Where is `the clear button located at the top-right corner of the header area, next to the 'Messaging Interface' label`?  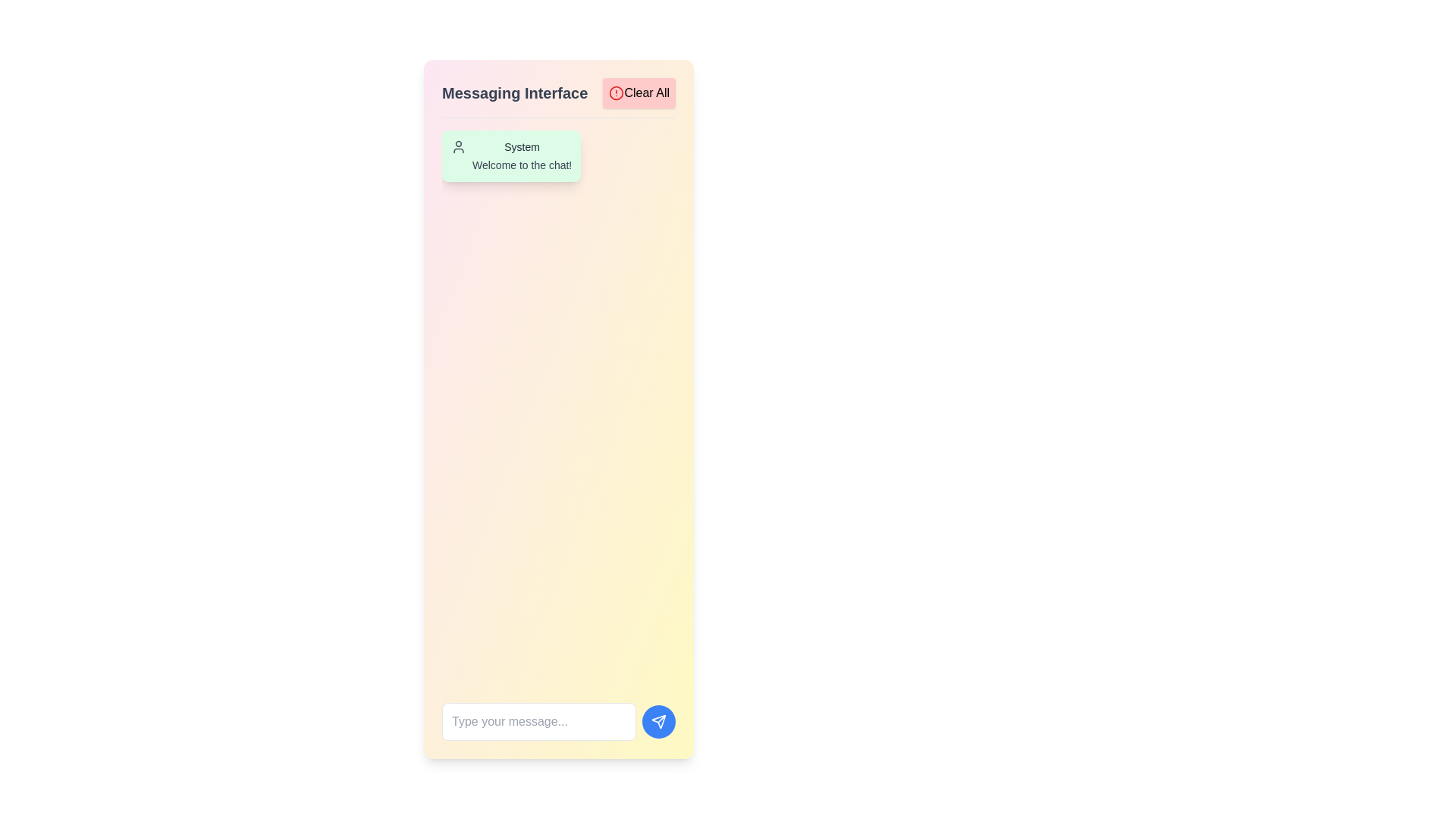 the clear button located at the top-right corner of the header area, next to the 'Messaging Interface' label is located at coordinates (639, 93).